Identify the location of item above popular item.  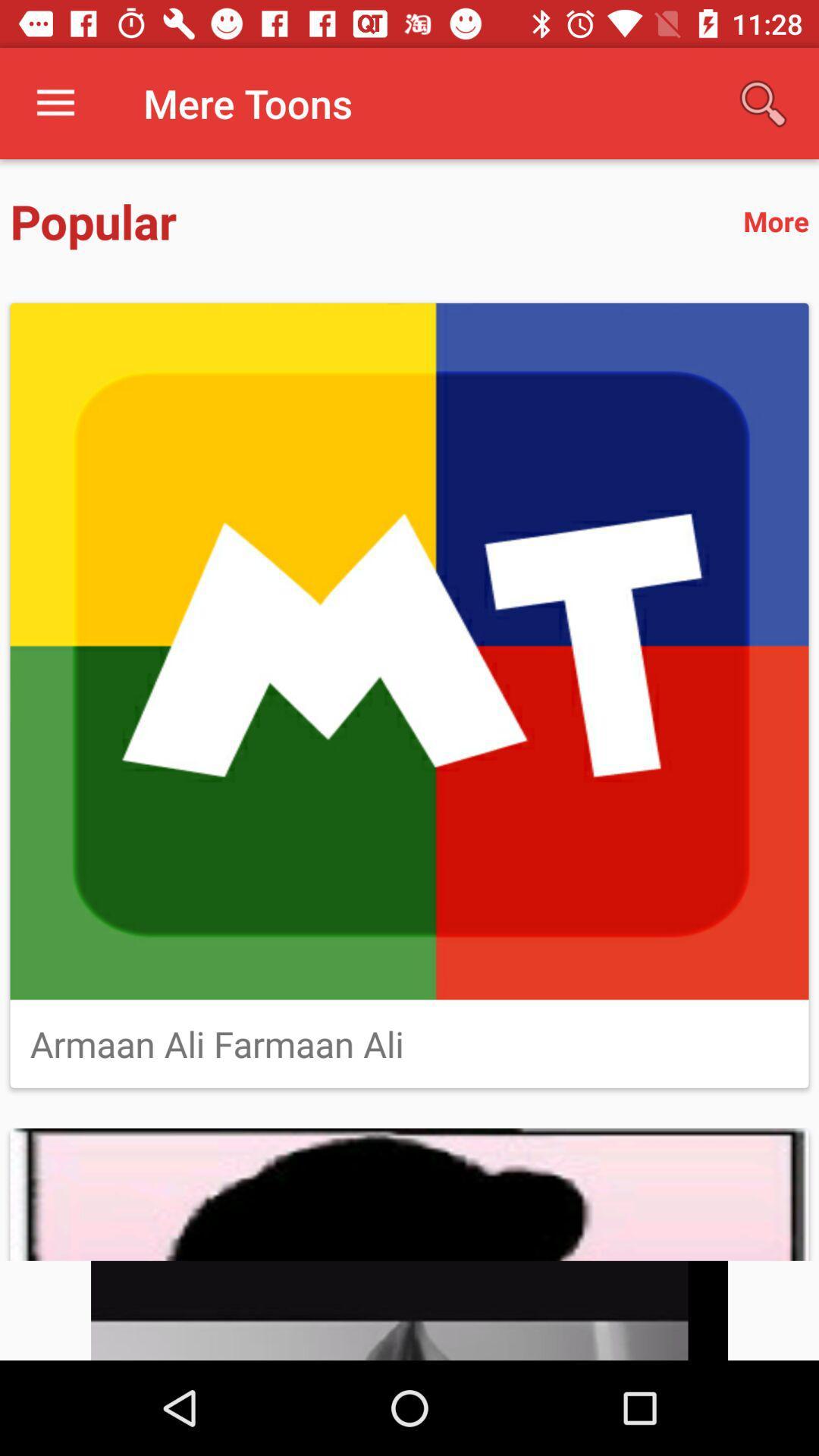
(55, 102).